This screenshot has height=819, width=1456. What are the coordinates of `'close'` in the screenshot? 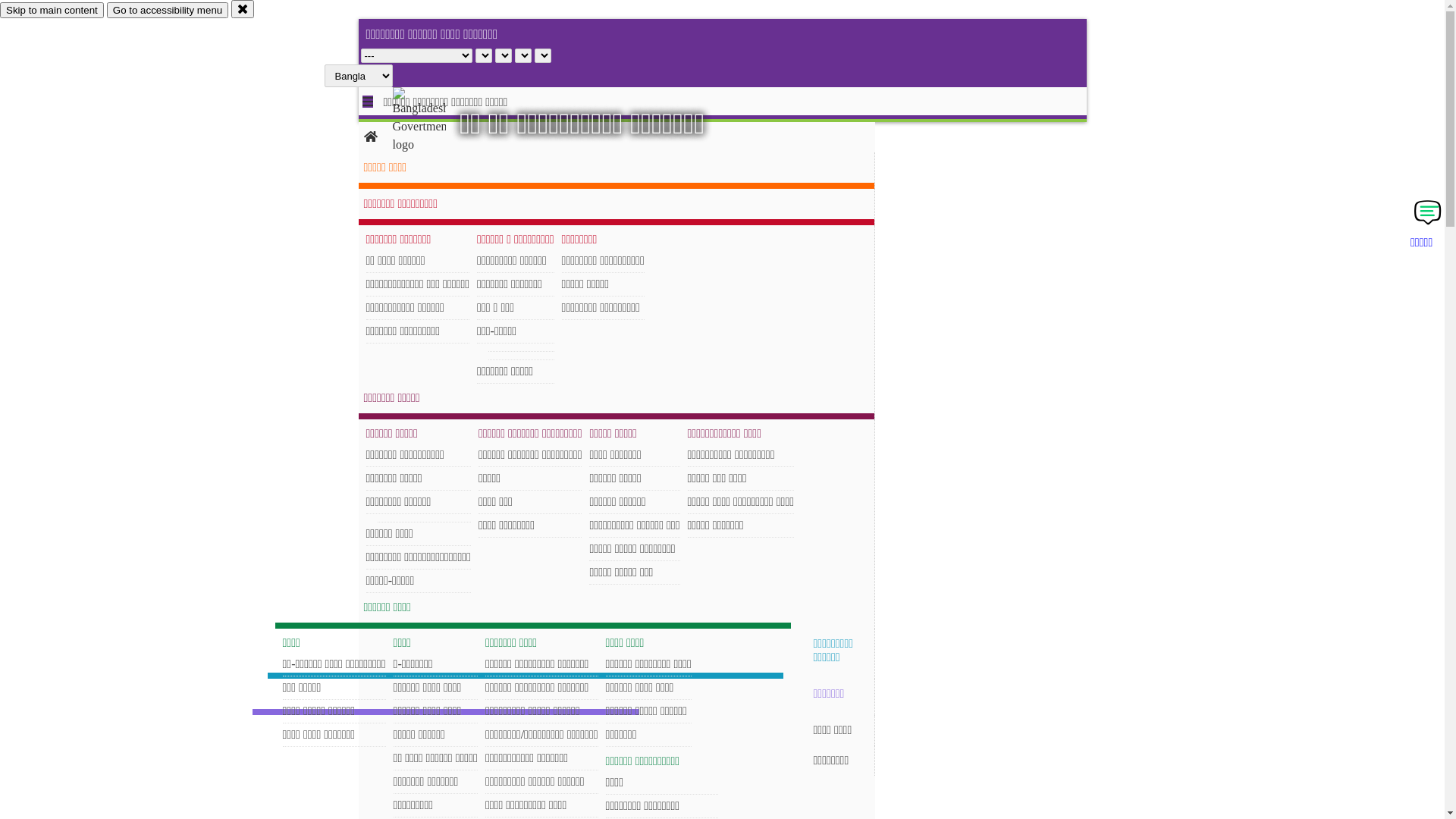 It's located at (231, 8).